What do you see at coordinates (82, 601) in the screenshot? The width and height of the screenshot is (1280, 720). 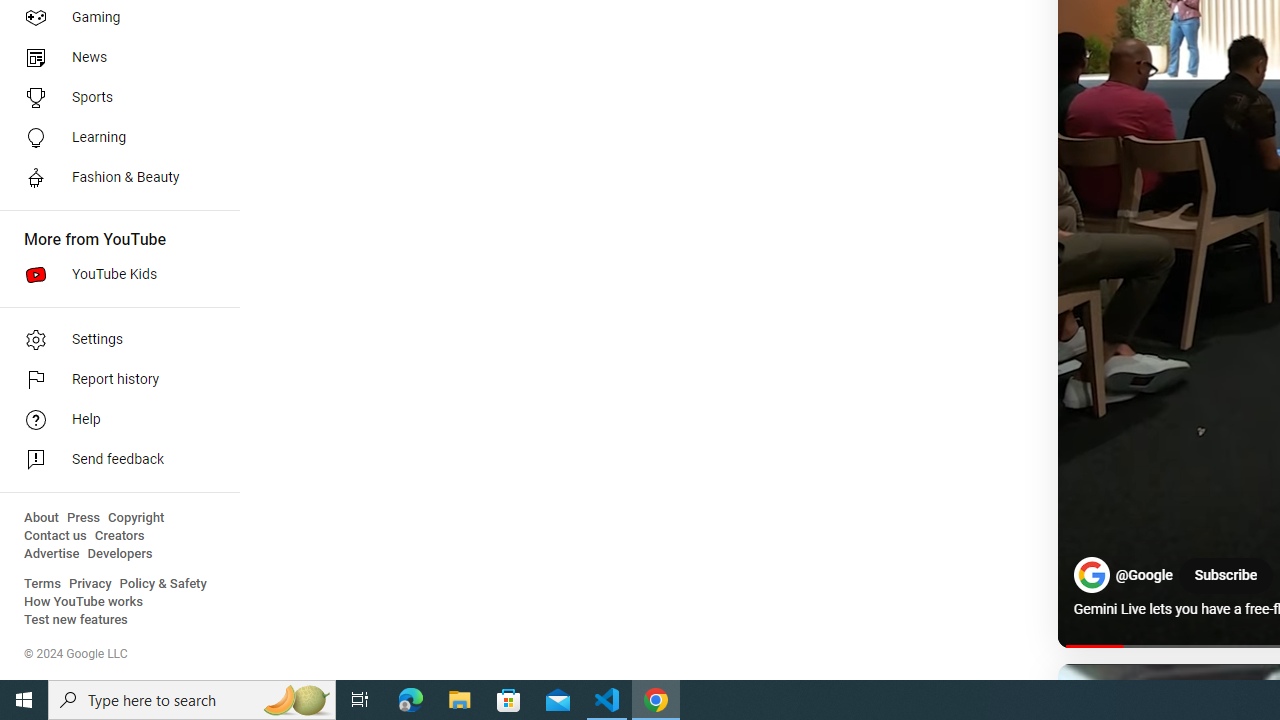 I see `'How YouTube works'` at bounding box center [82, 601].